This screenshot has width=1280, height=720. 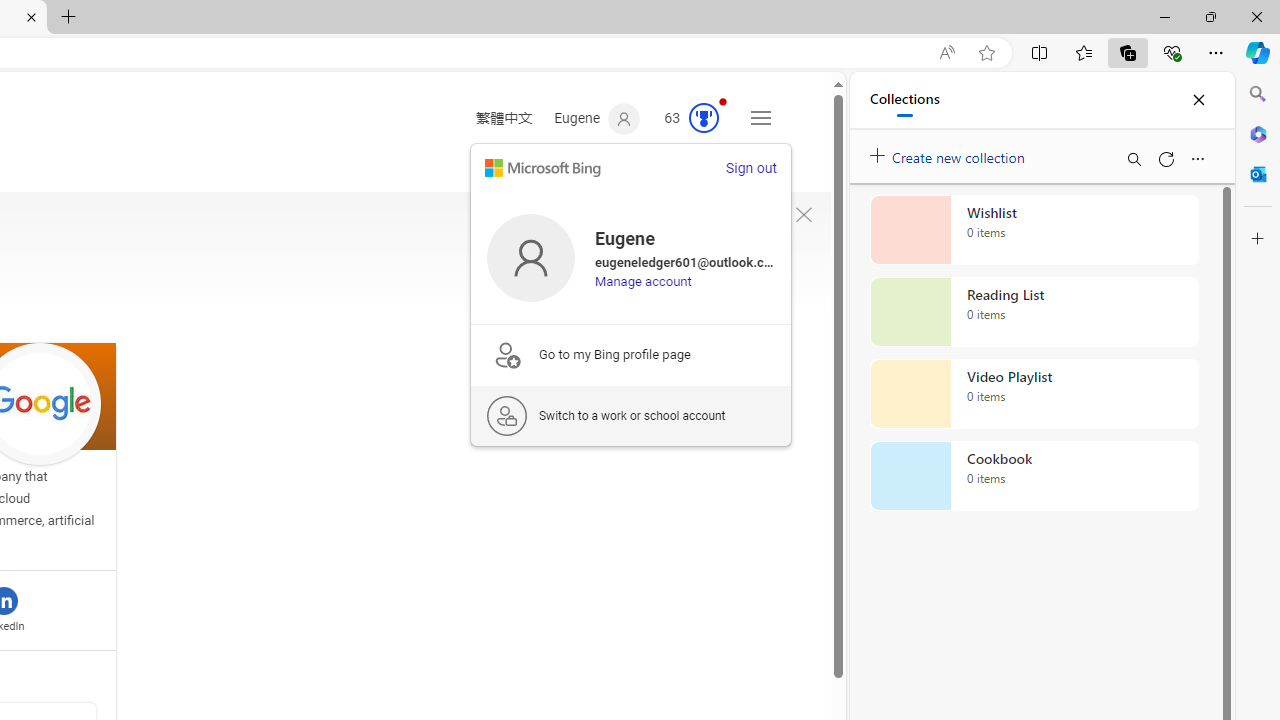 I want to click on 'AutomationID: serp_medal_svg', so click(x=704, y=118).